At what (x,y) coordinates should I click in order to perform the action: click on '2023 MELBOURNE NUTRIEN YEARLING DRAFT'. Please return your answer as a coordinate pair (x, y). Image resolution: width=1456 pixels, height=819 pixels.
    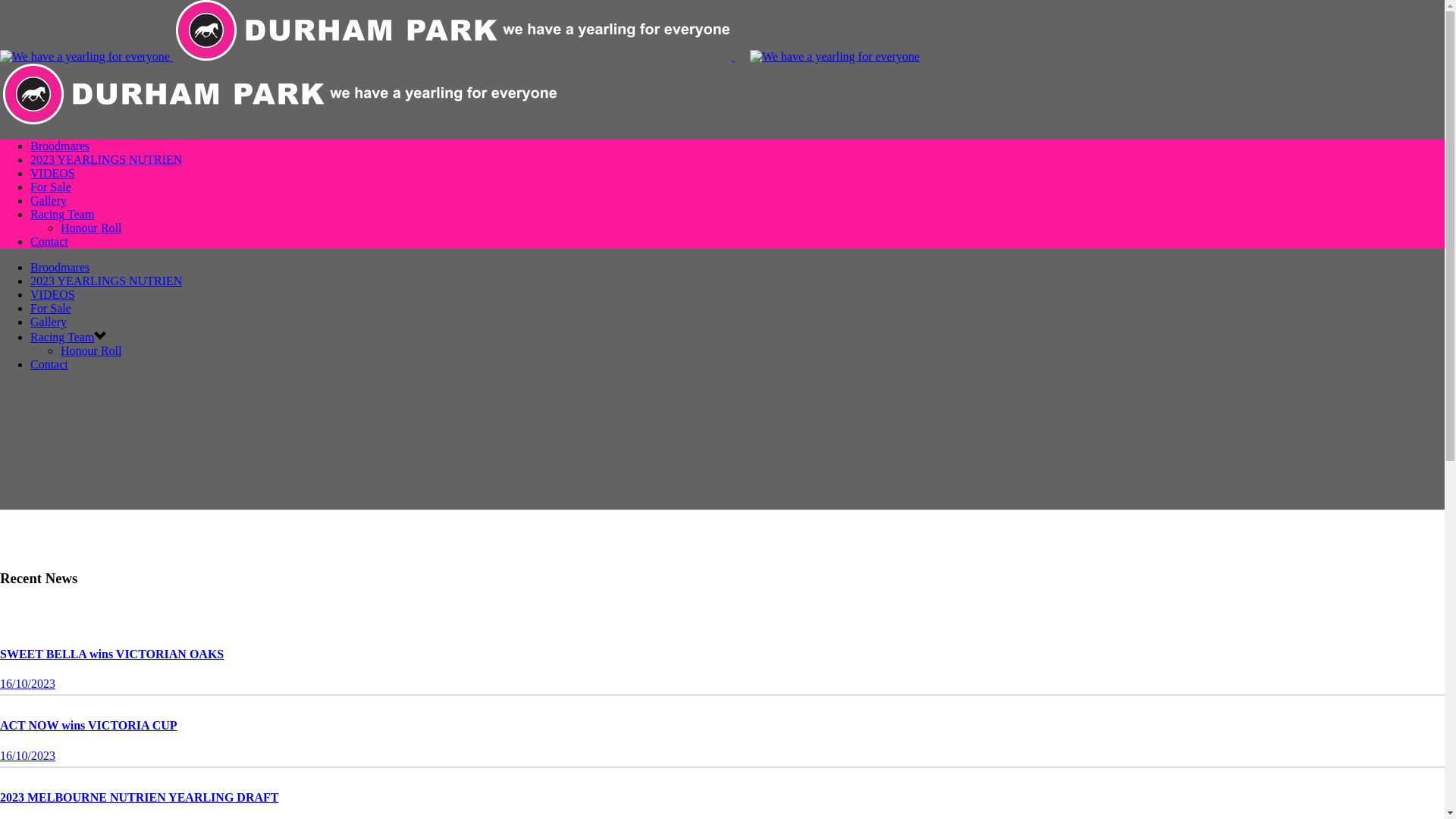
    Looking at the image, I should click on (139, 796).